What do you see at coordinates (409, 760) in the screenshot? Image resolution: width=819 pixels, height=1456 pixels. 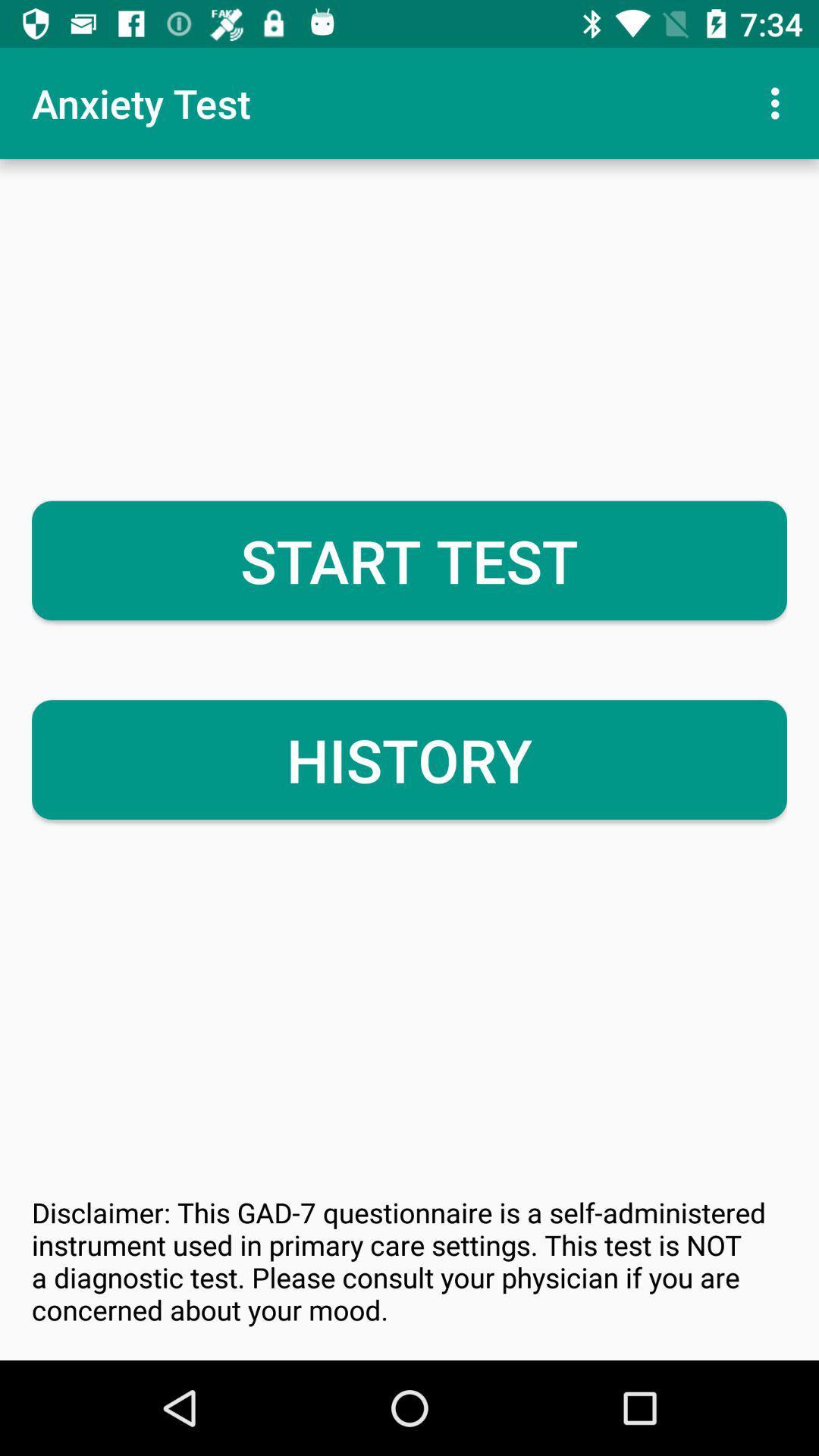 I see `item below the start test icon` at bounding box center [409, 760].